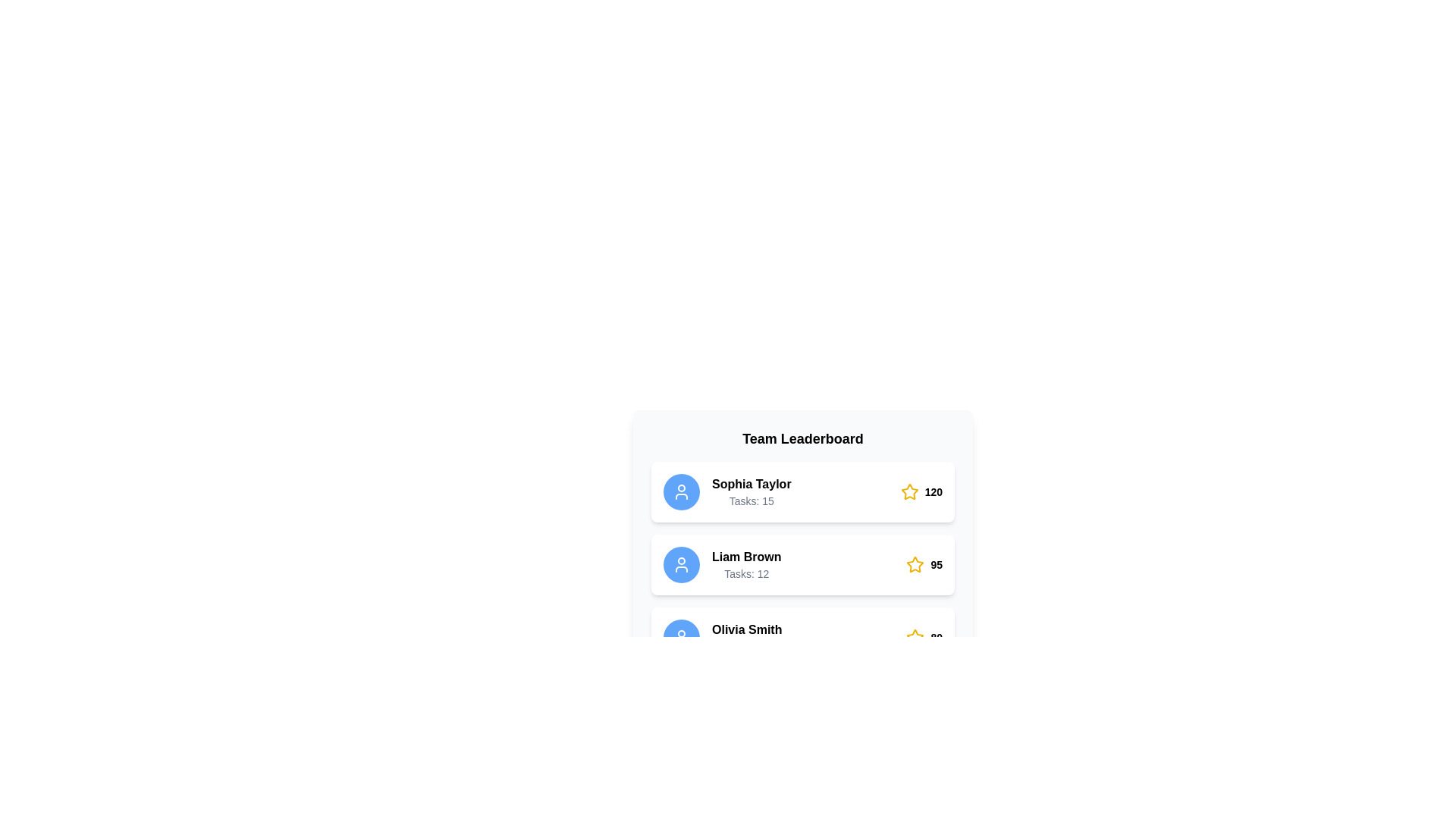  What do you see at coordinates (914, 637) in the screenshot?
I see `the star icon located to the right of the username and task count details in the leaderboard entry` at bounding box center [914, 637].